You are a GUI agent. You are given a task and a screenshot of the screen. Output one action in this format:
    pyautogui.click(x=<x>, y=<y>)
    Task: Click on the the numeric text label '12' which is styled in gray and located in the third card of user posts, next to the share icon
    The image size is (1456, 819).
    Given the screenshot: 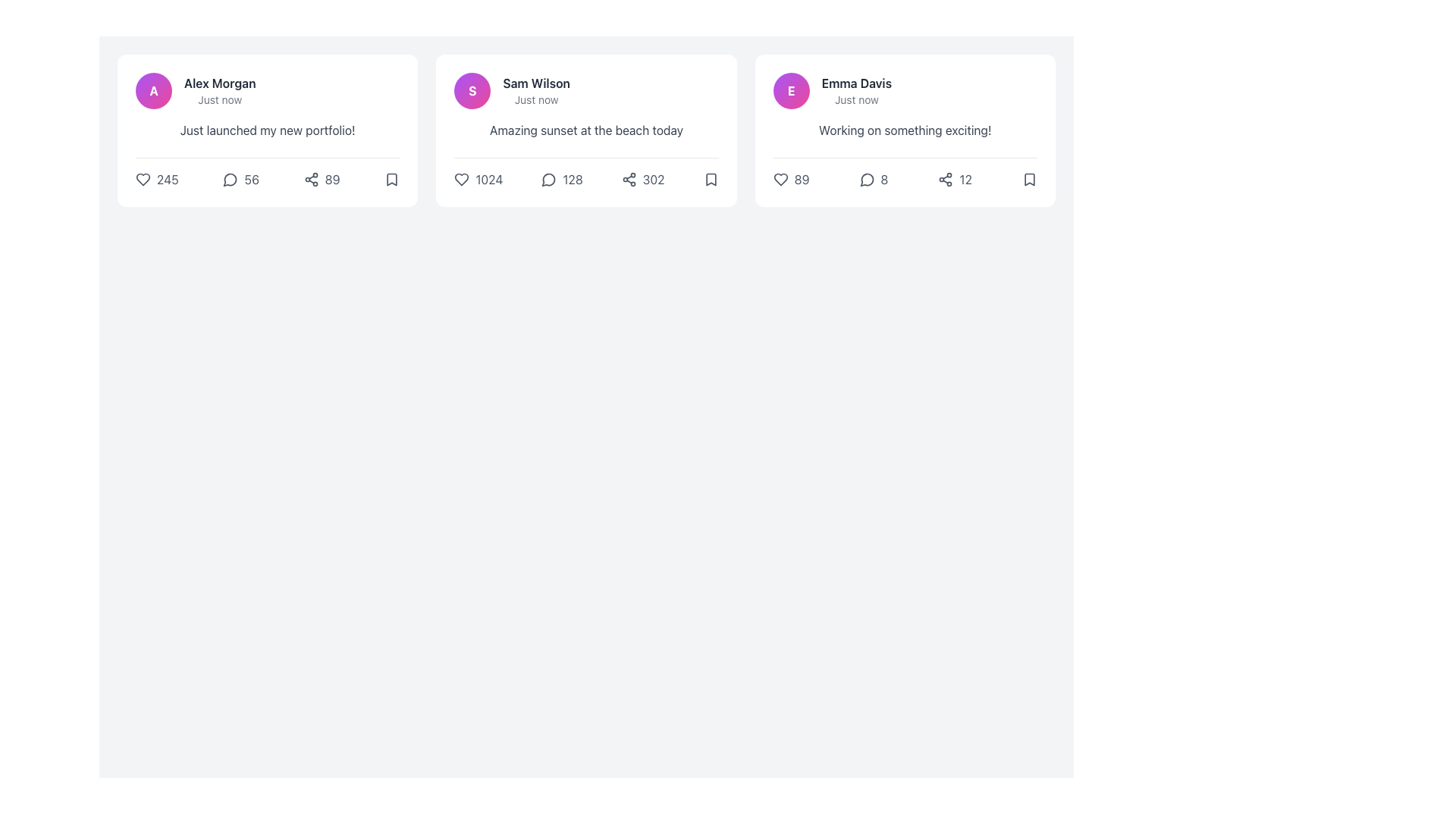 What is the action you would take?
    pyautogui.click(x=965, y=178)
    